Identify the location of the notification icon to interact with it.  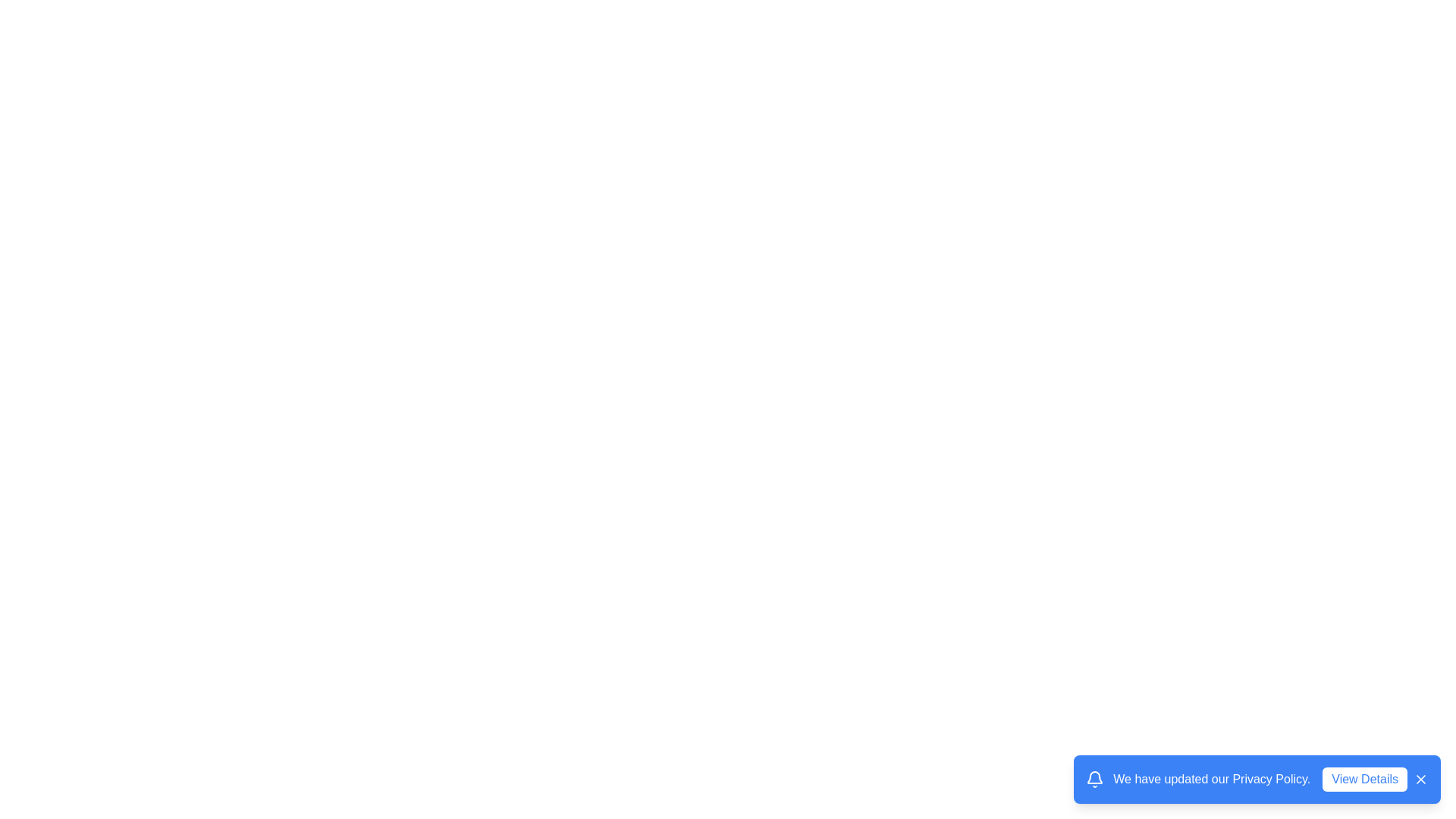
(1095, 780).